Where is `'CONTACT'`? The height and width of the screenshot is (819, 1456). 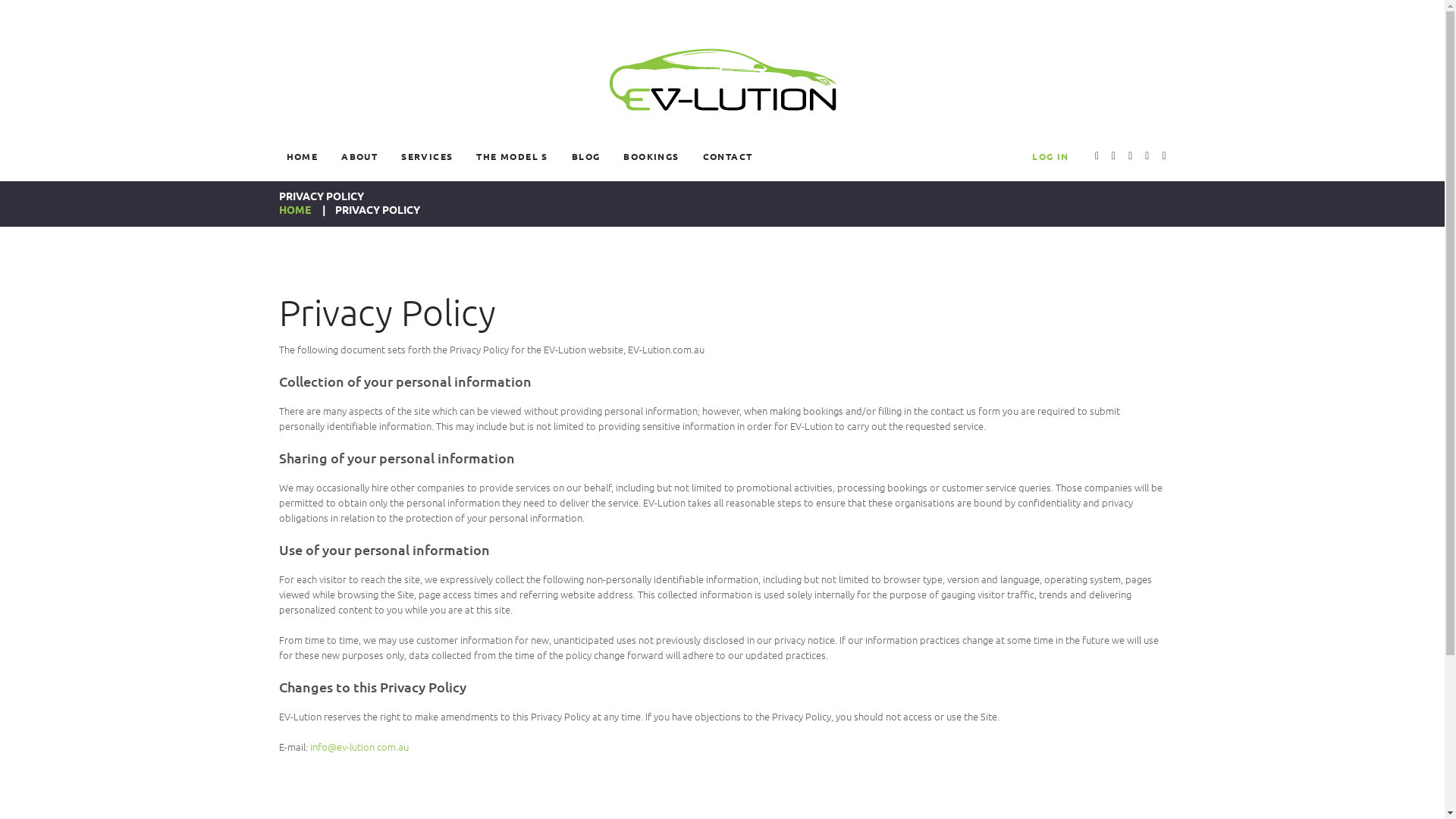 'CONTACT' is located at coordinates (728, 155).